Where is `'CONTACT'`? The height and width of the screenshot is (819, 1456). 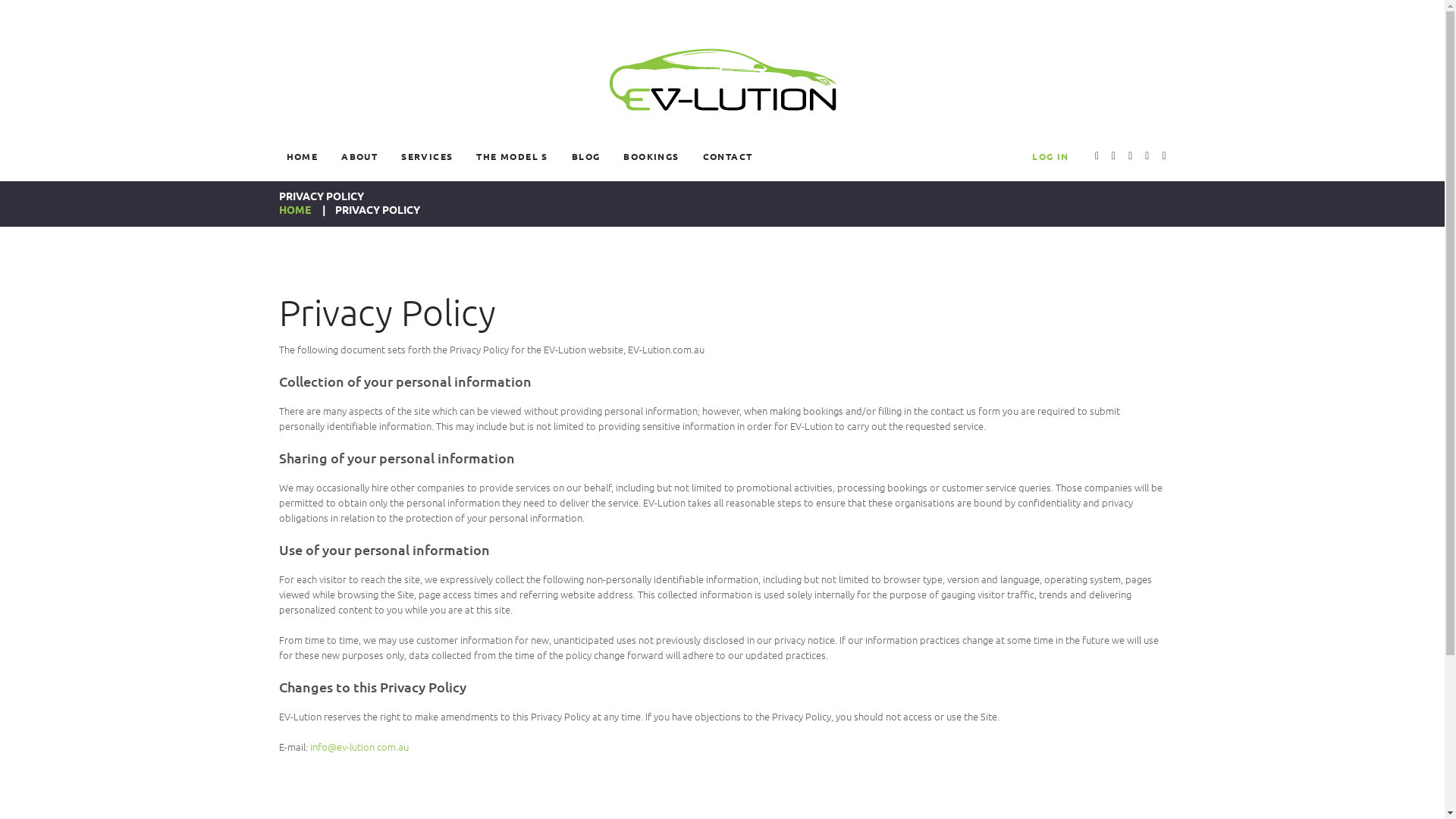 'CONTACT' is located at coordinates (728, 155).